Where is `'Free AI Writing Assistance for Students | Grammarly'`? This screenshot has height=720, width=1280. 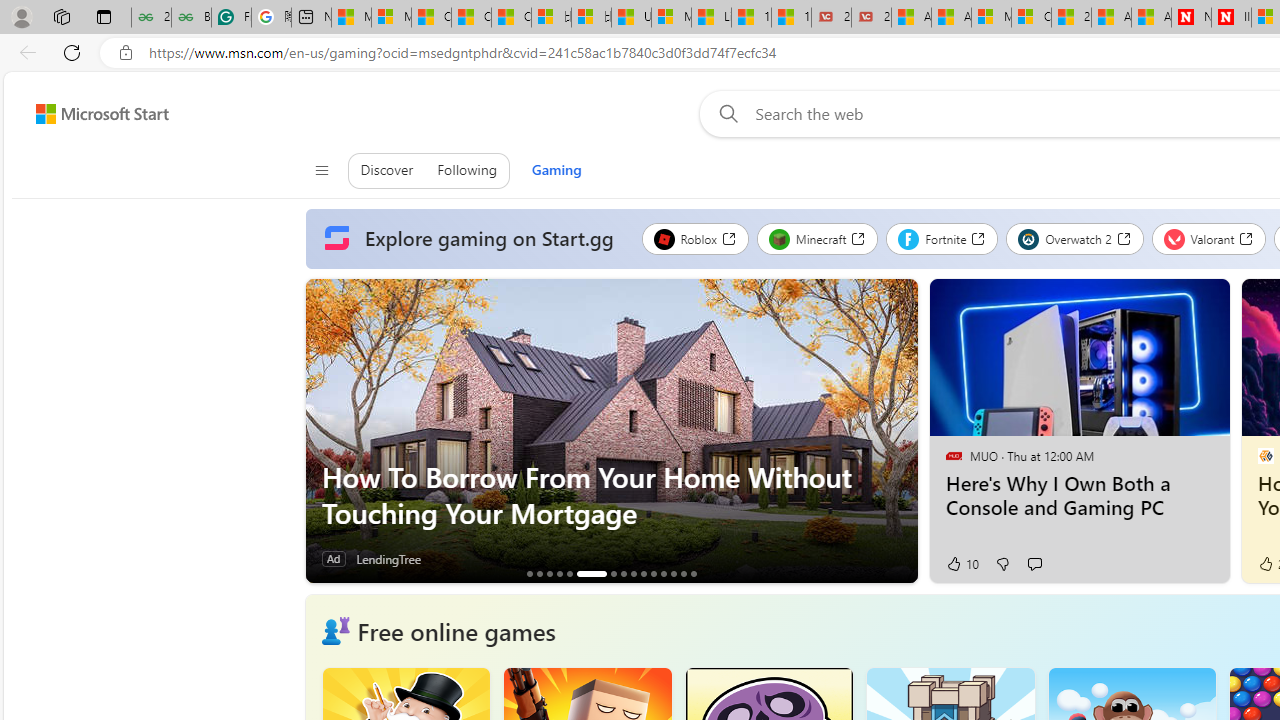 'Free AI Writing Assistance for Students | Grammarly' is located at coordinates (231, 17).